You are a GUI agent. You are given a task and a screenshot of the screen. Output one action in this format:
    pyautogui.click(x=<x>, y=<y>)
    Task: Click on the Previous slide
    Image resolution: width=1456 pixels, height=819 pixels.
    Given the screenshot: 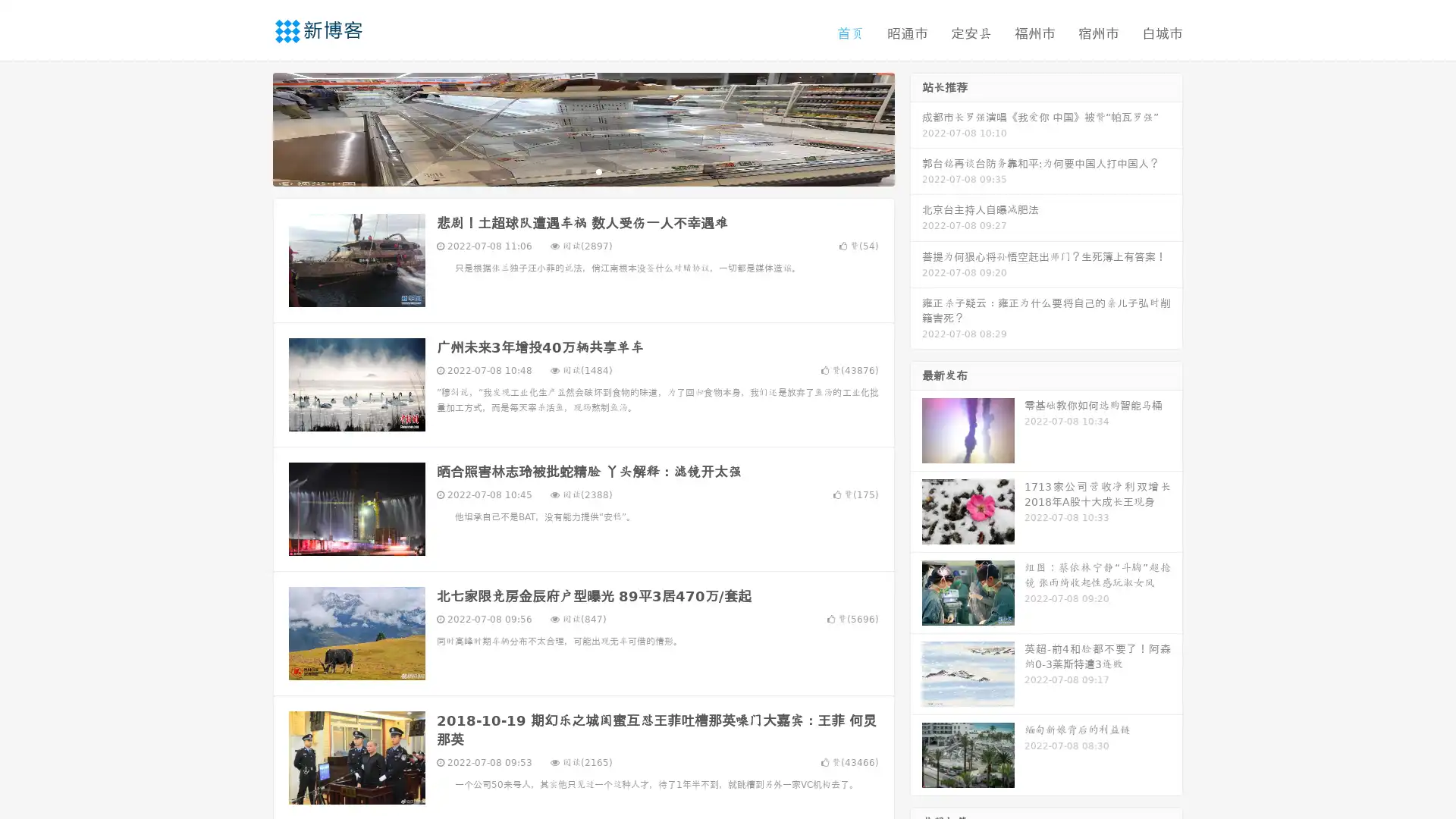 What is the action you would take?
    pyautogui.click(x=250, y=127)
    